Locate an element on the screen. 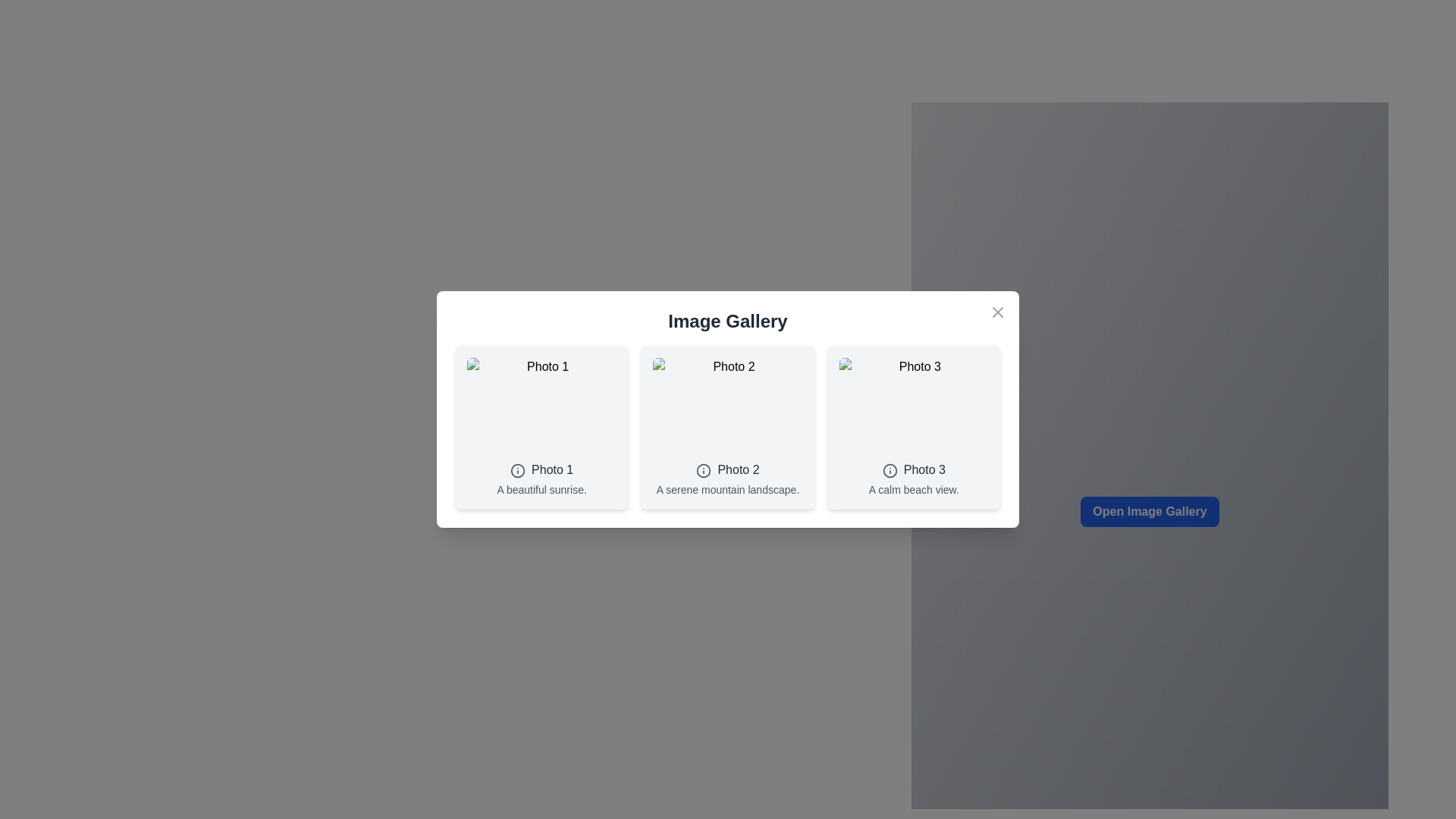  the image placeholder labeled 'Photo 3' is located at coordinates (913, 406).